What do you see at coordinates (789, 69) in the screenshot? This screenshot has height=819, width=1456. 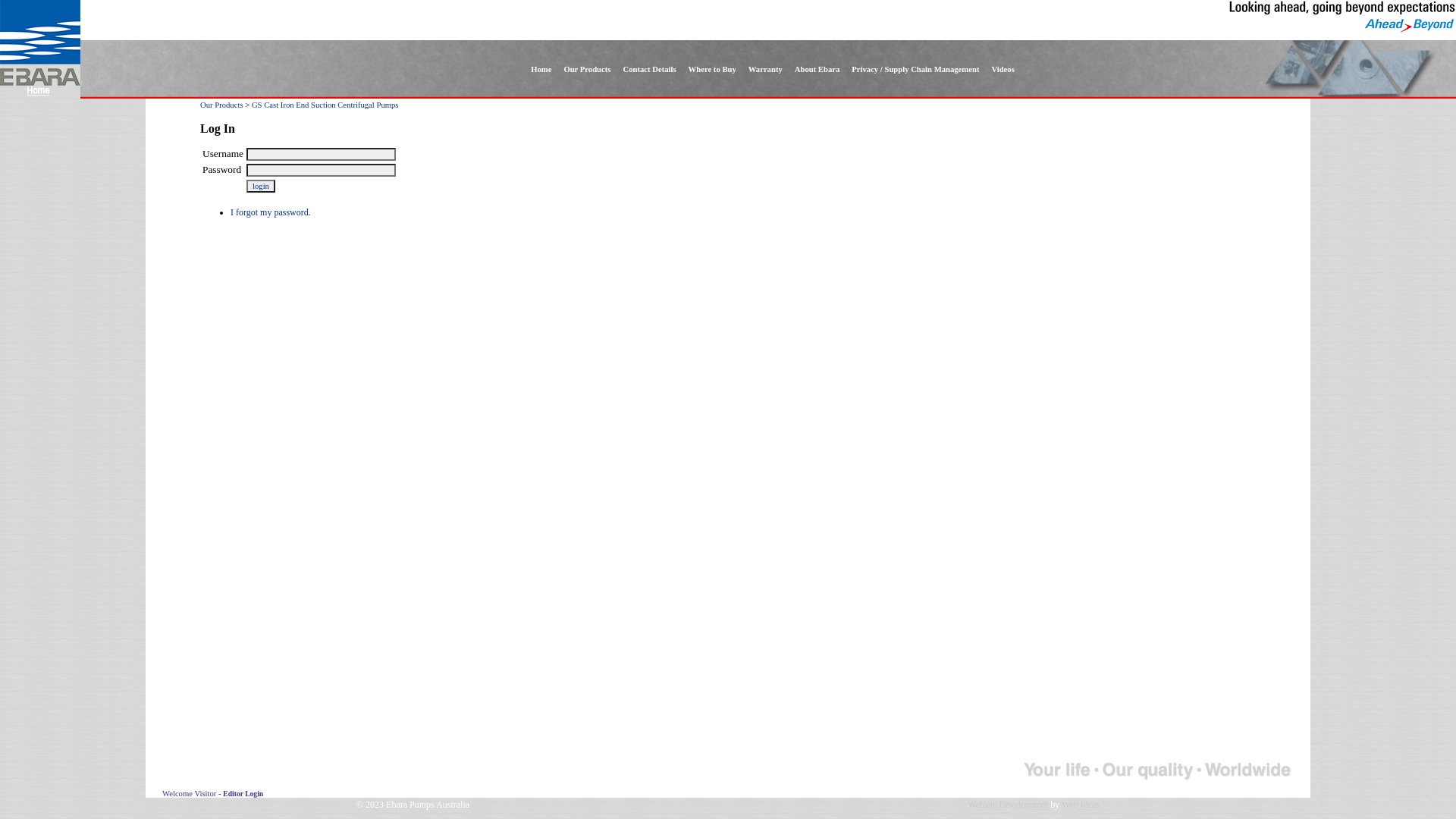 I see `'About Ebara'` at bounding box center [789, 69].